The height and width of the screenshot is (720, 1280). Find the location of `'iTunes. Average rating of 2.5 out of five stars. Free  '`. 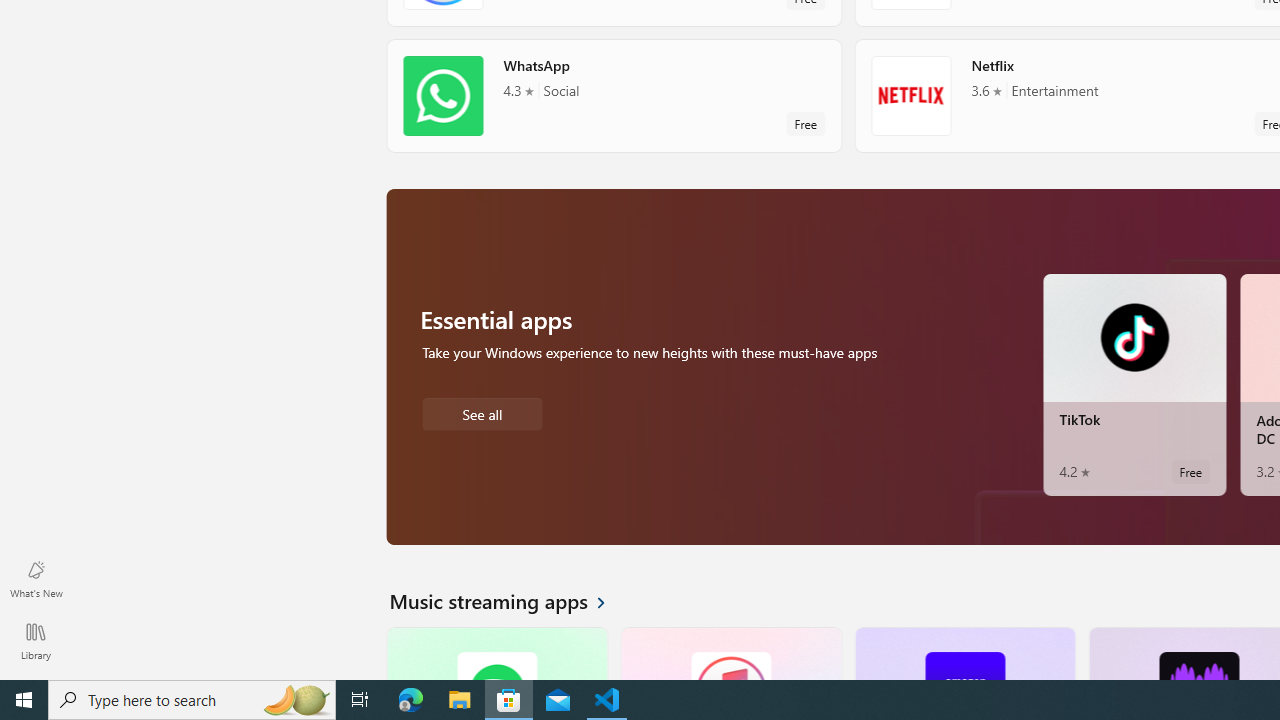

'iTunes. Average rating of 2.5 out of five stars. Free  ' is located at coordinates (729, 653).